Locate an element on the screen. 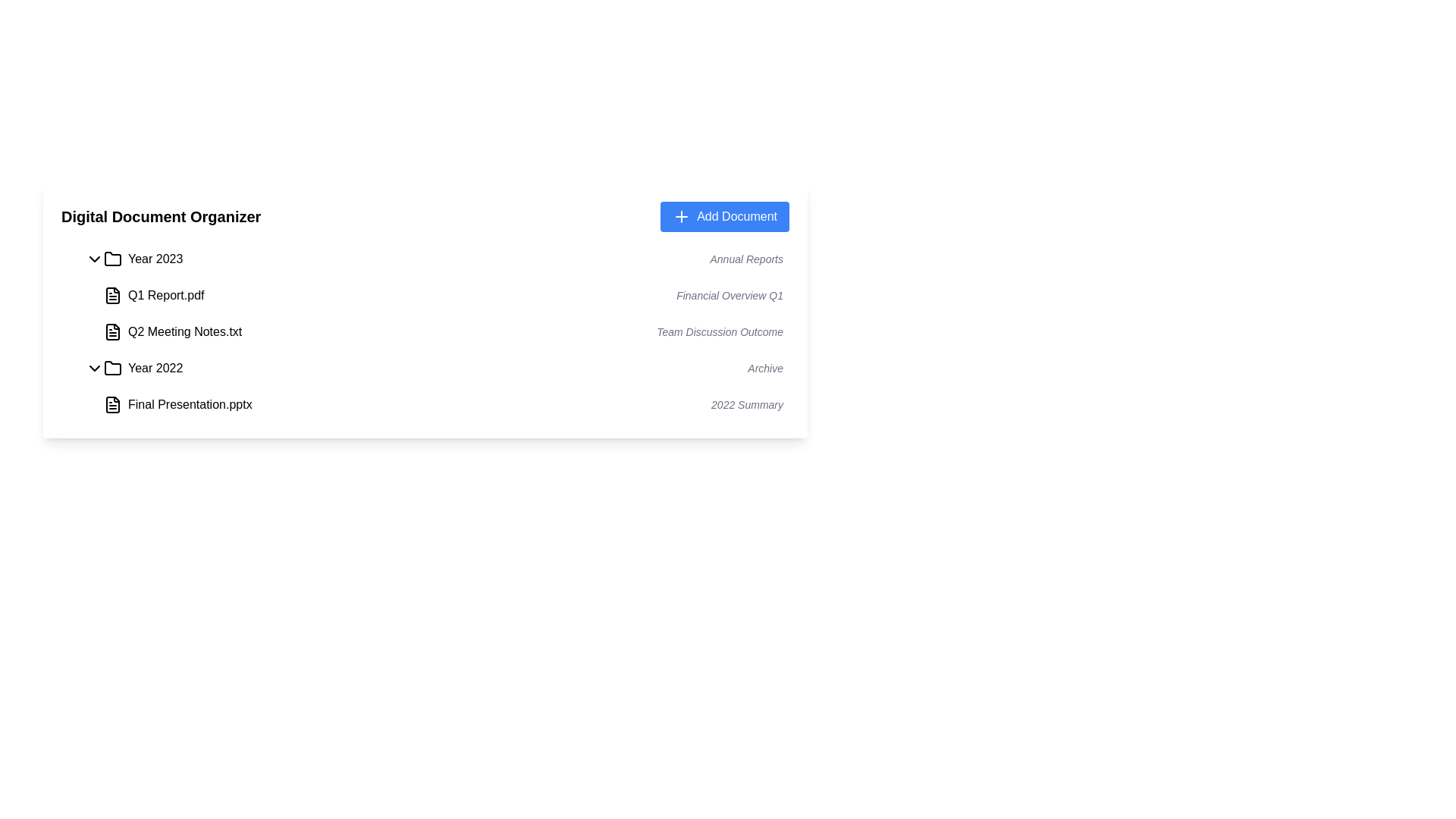 This screenshot has height=819, width=1456. the first file entry labeled 'Final Presentation.pptx' under the 'Year 2022' section is located at coordinates (443, 403).